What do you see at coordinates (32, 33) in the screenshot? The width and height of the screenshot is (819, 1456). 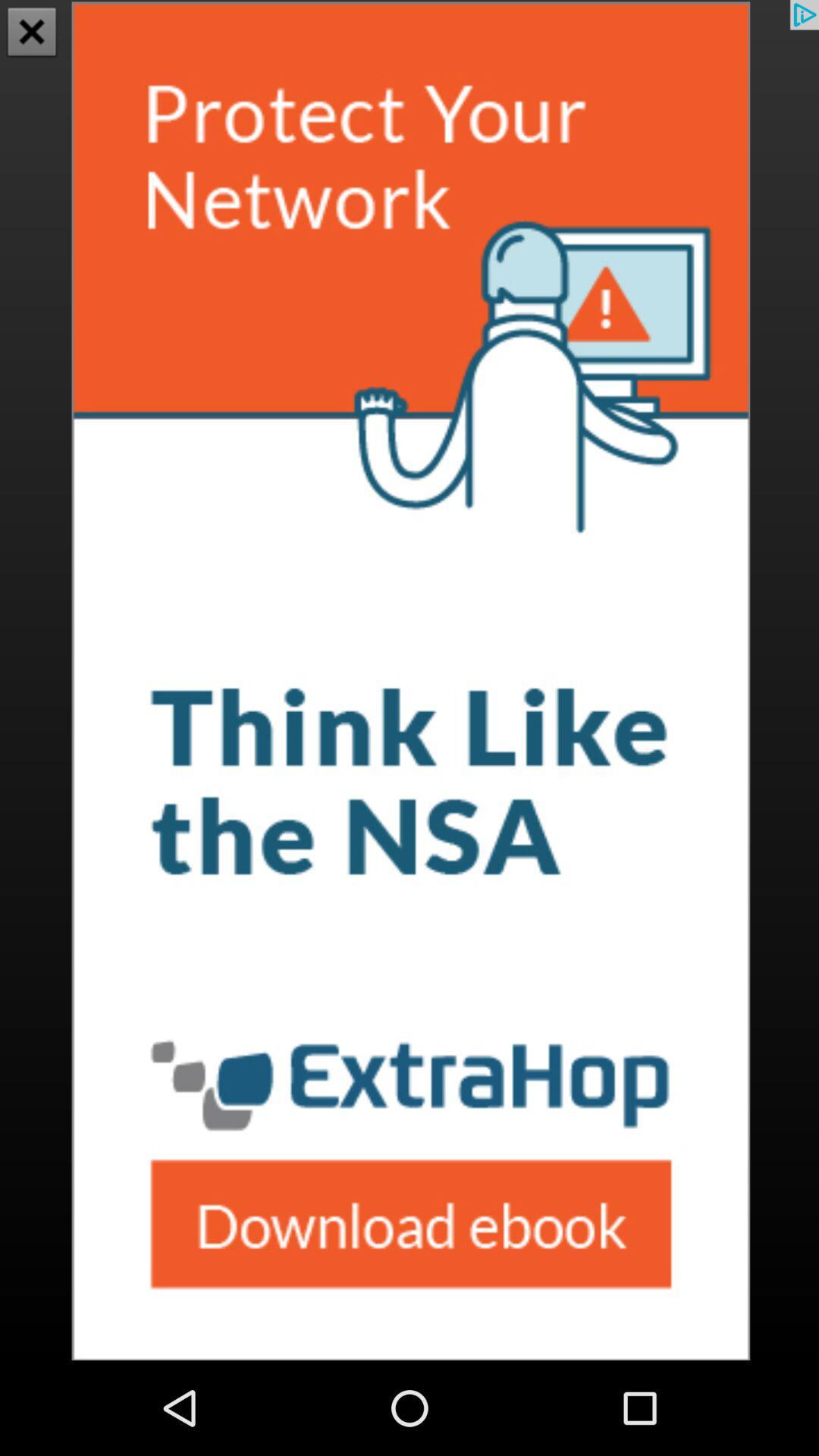 I see `the close icon` at bounding box center [32, 33].